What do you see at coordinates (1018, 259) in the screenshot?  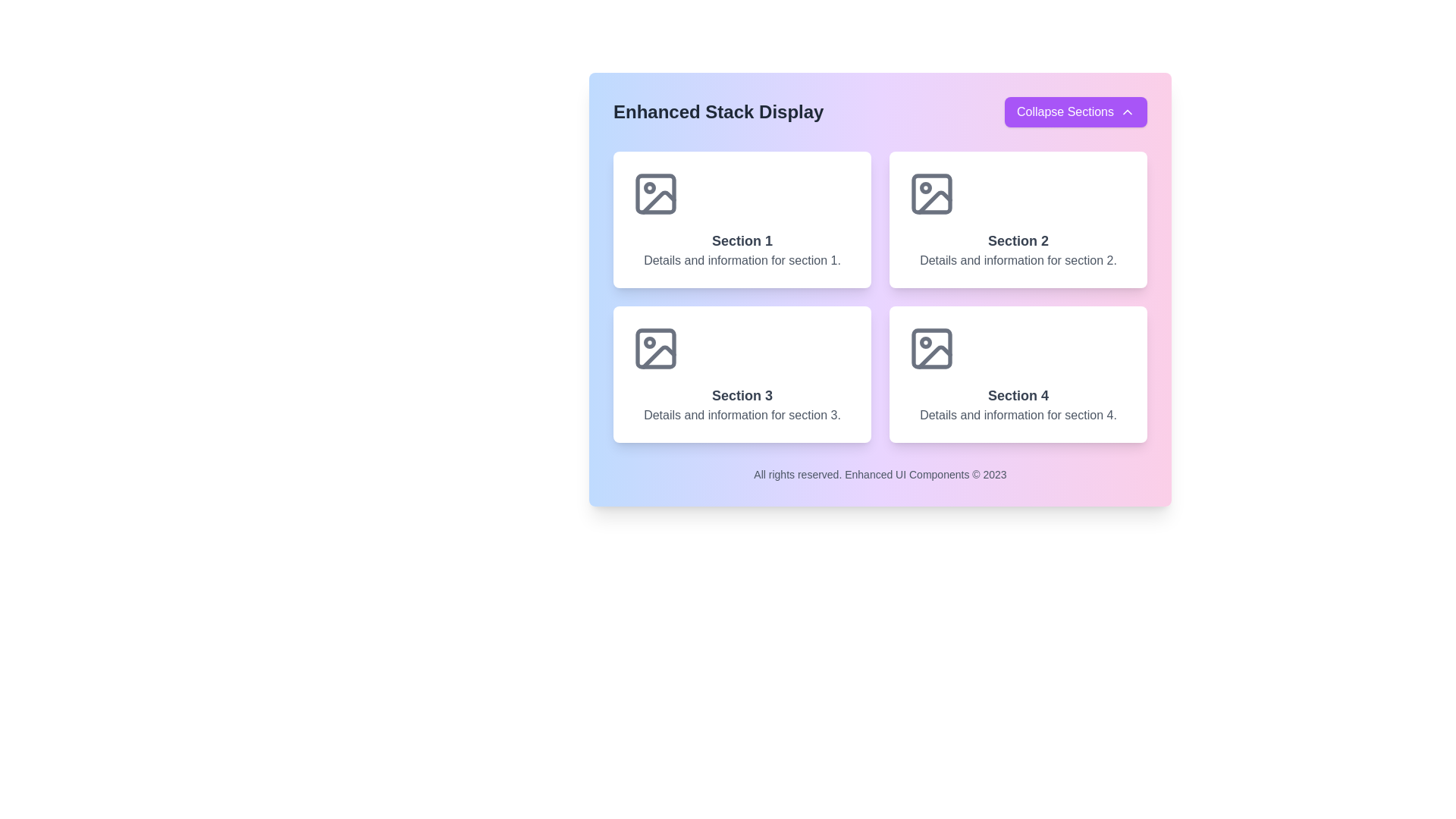 I see `the static text display that shows 'Details and information for section 2.' located in the second card from the left in the top row of the grid layout` at bounding box center [1018, 259].